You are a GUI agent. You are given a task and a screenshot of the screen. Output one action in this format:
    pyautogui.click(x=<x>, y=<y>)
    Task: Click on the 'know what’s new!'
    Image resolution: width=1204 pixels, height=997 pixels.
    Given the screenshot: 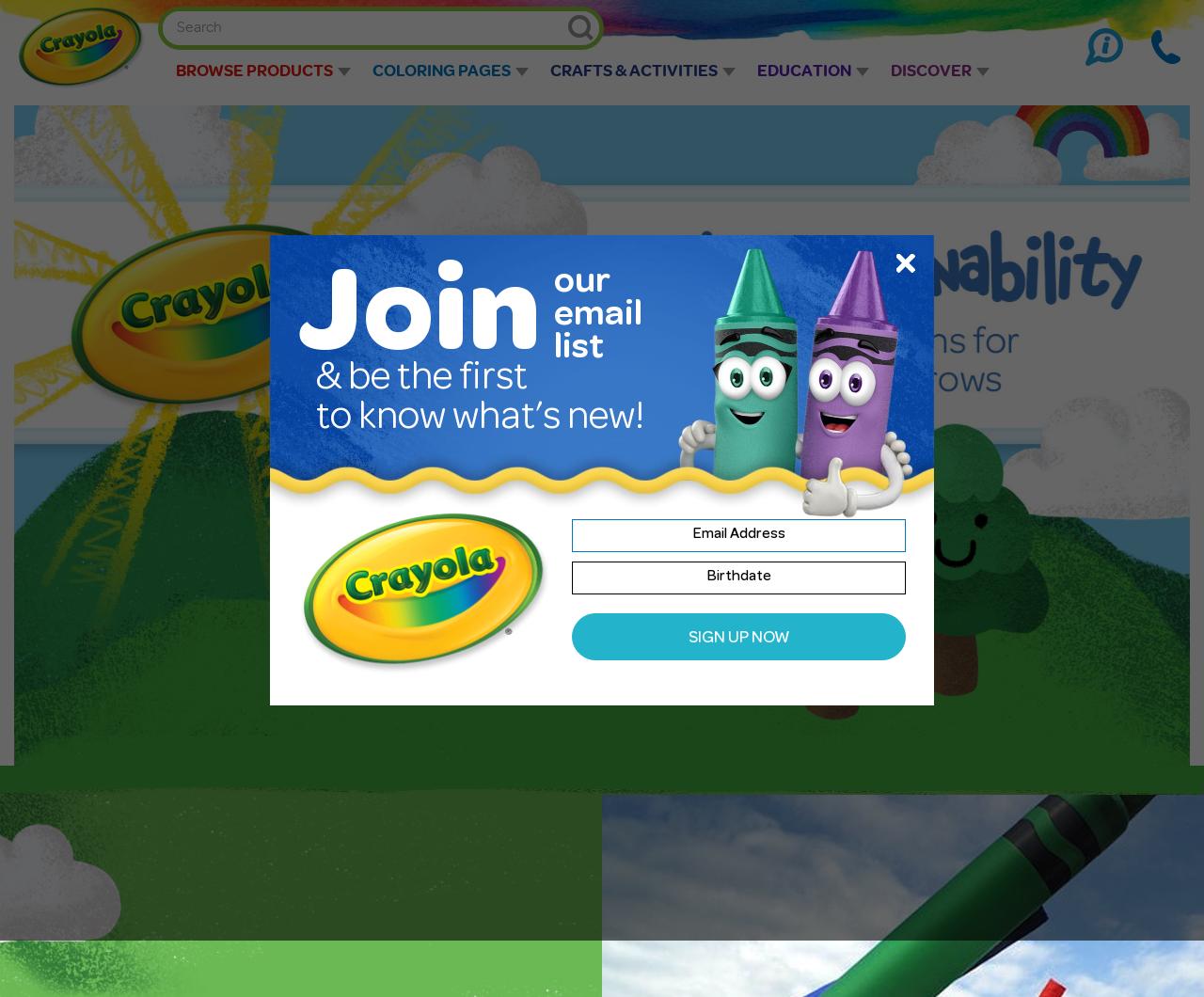 What is the action you would take?
    pyautogui.click(x=500, y=419)
    